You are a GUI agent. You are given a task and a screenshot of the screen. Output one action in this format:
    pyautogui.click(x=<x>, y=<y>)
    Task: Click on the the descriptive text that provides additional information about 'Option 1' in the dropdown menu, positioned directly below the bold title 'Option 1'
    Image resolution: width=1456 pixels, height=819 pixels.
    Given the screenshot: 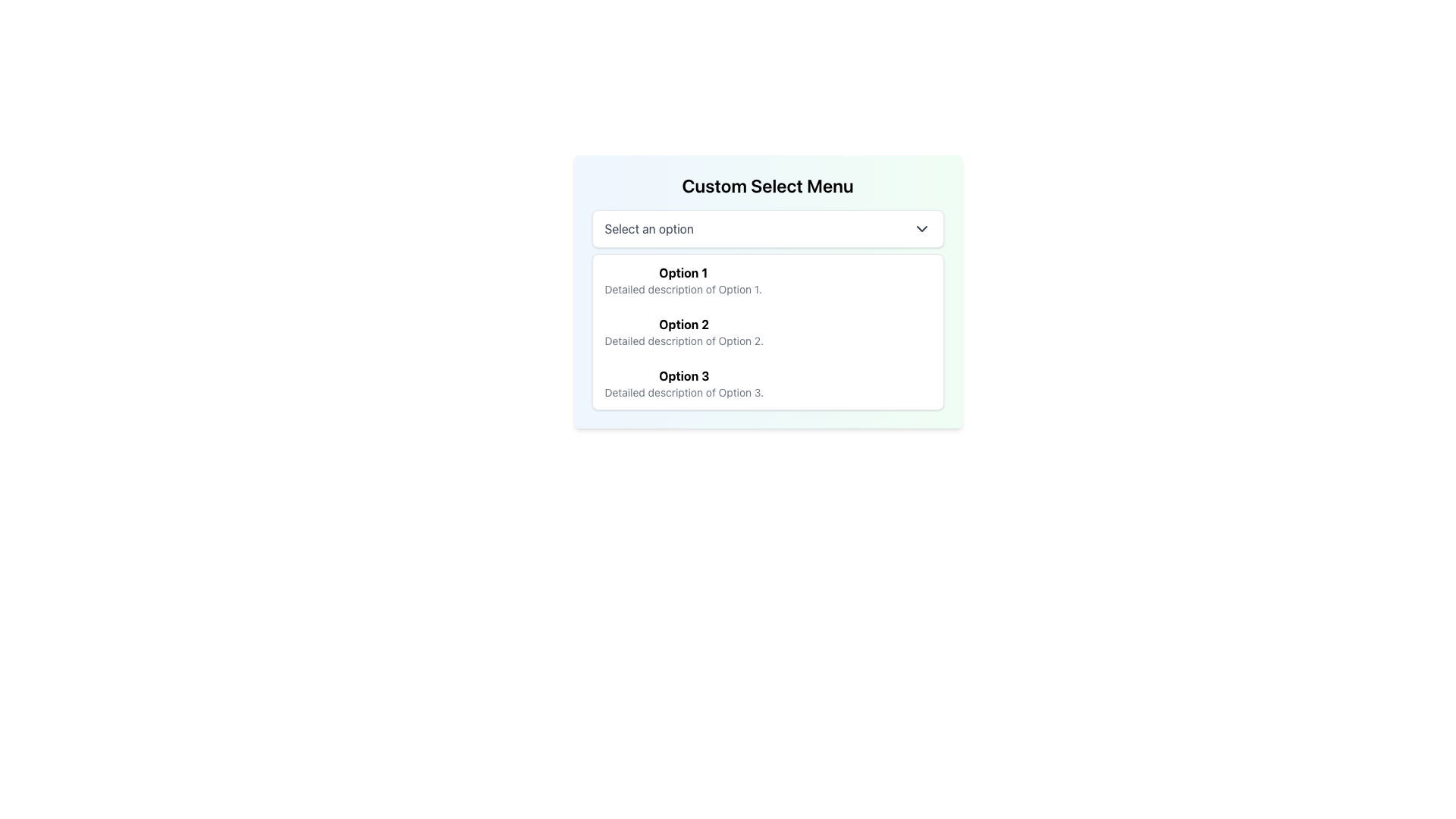 What is the action you would take?
    pyautogui.click(x=682, y=289)
    